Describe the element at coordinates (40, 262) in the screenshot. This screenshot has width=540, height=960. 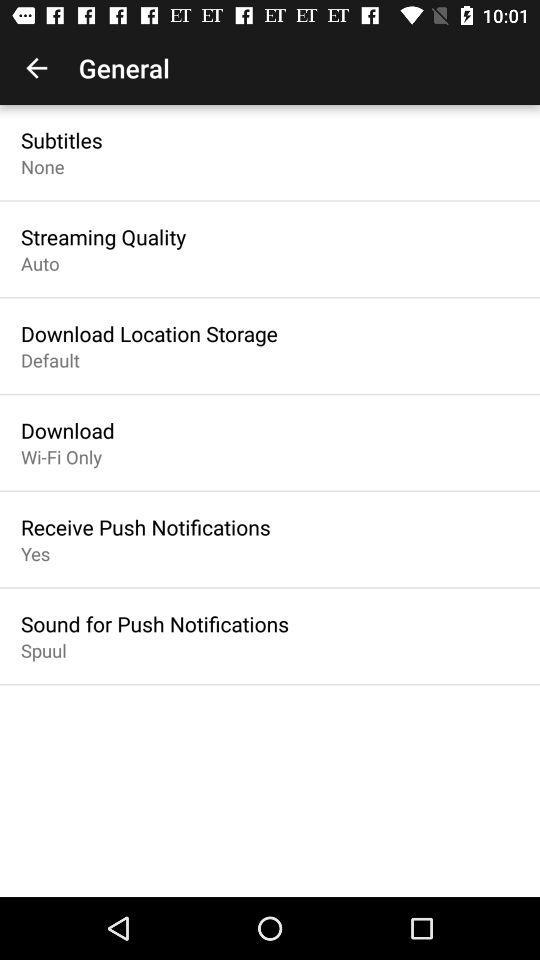
I see `the icon below the streaming quality item` at that location.